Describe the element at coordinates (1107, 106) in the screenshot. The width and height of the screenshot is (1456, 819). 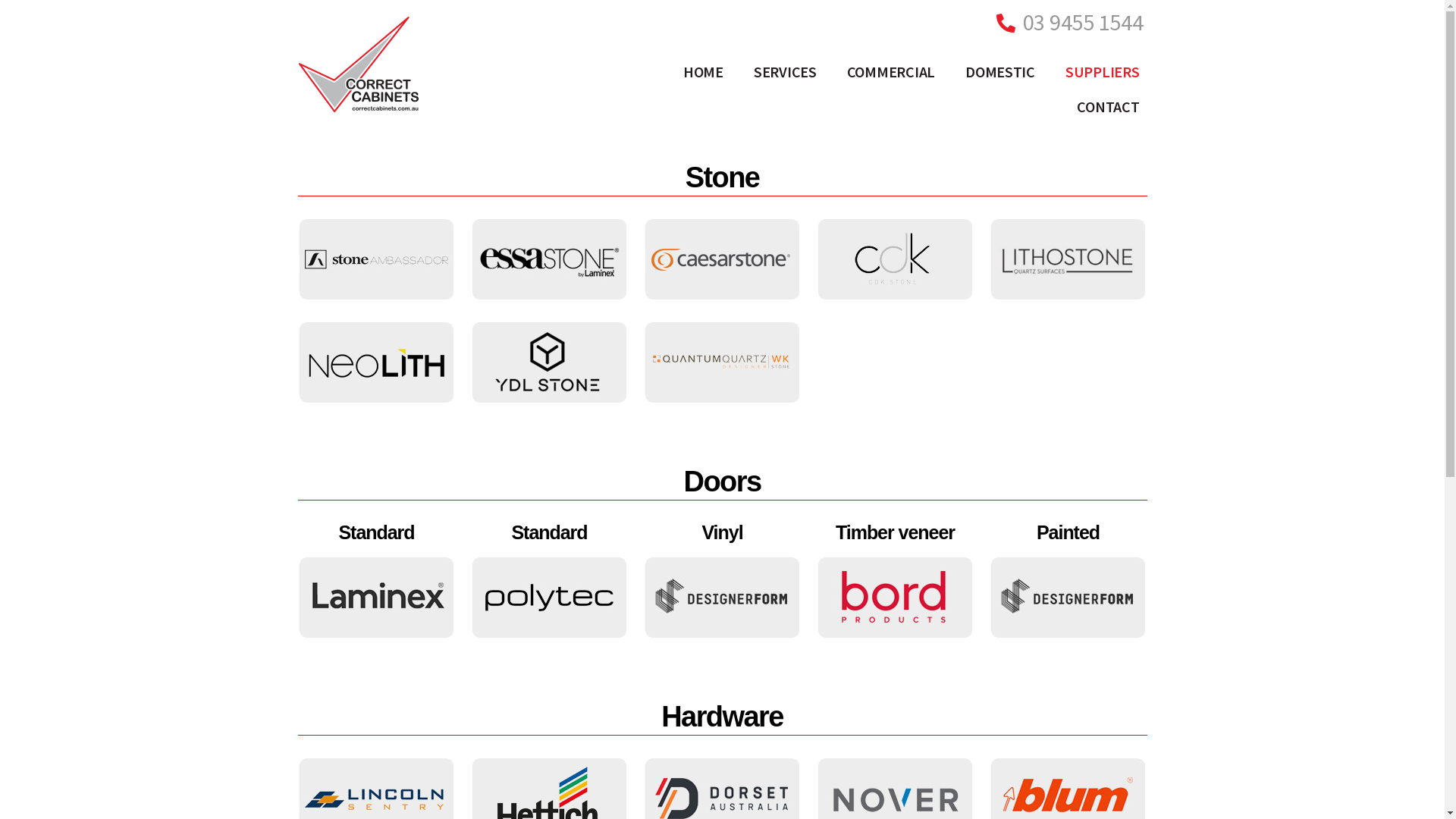
I see `'CONTACT'` at that location.